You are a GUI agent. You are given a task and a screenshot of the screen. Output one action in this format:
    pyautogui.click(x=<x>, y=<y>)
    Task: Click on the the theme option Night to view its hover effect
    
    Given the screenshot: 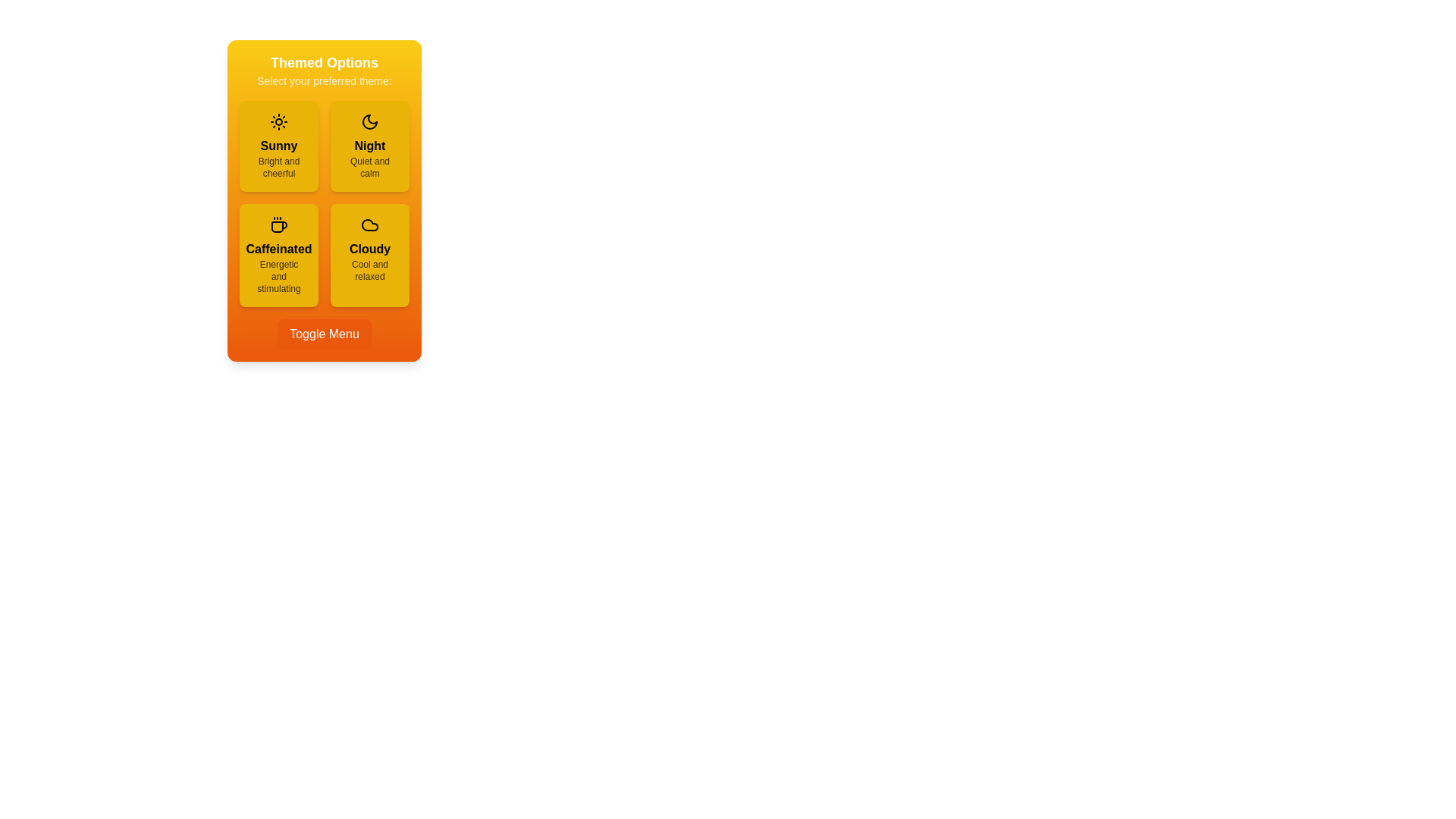 What is the action you would take?
    pyautogui.click(x=370, y=146)
    